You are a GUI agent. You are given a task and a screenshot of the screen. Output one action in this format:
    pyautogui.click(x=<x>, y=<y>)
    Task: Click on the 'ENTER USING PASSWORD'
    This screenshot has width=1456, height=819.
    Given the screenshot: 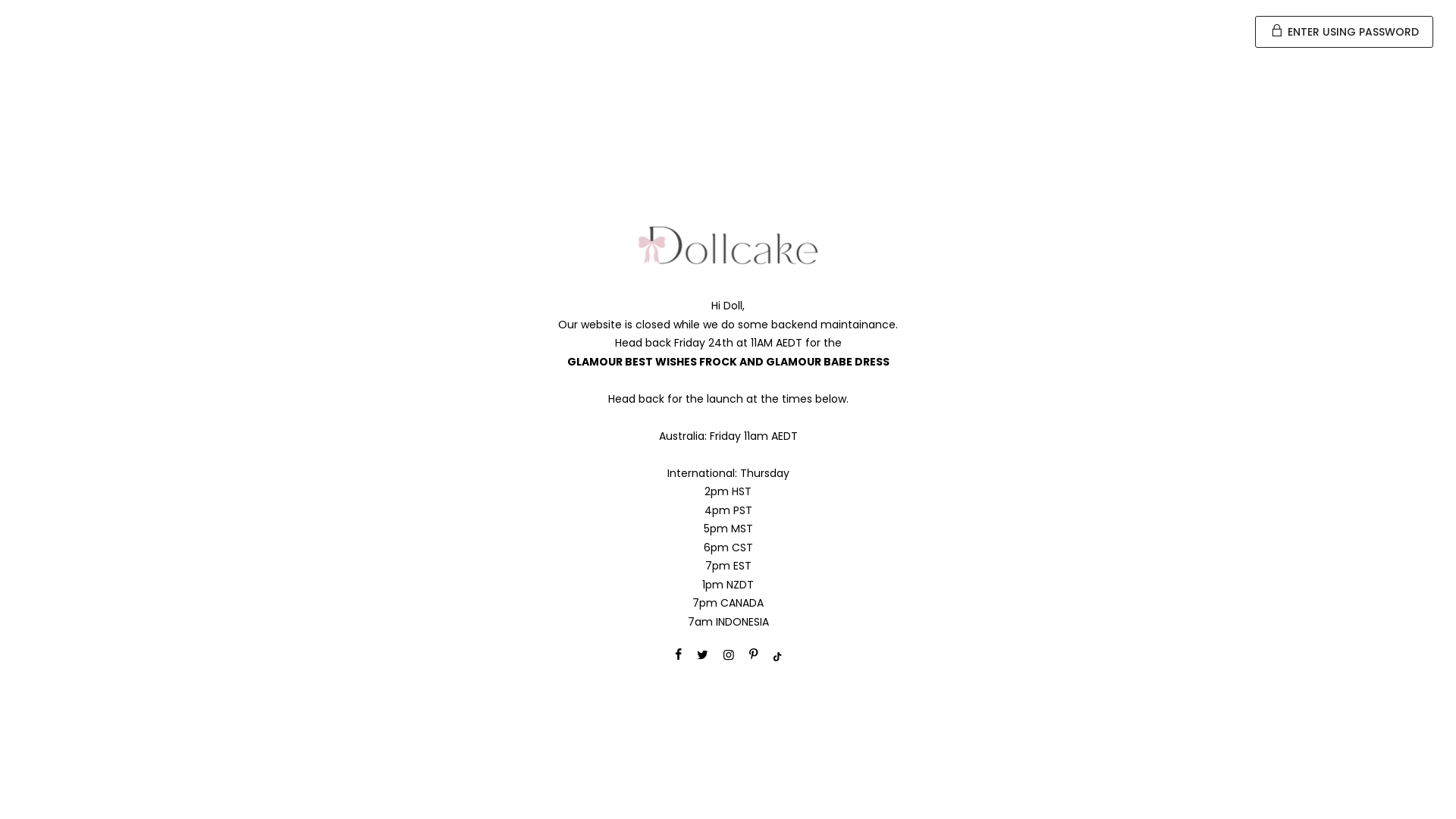 What is the action you would take?
    pyautogui.click(x=1344, y=32)
    